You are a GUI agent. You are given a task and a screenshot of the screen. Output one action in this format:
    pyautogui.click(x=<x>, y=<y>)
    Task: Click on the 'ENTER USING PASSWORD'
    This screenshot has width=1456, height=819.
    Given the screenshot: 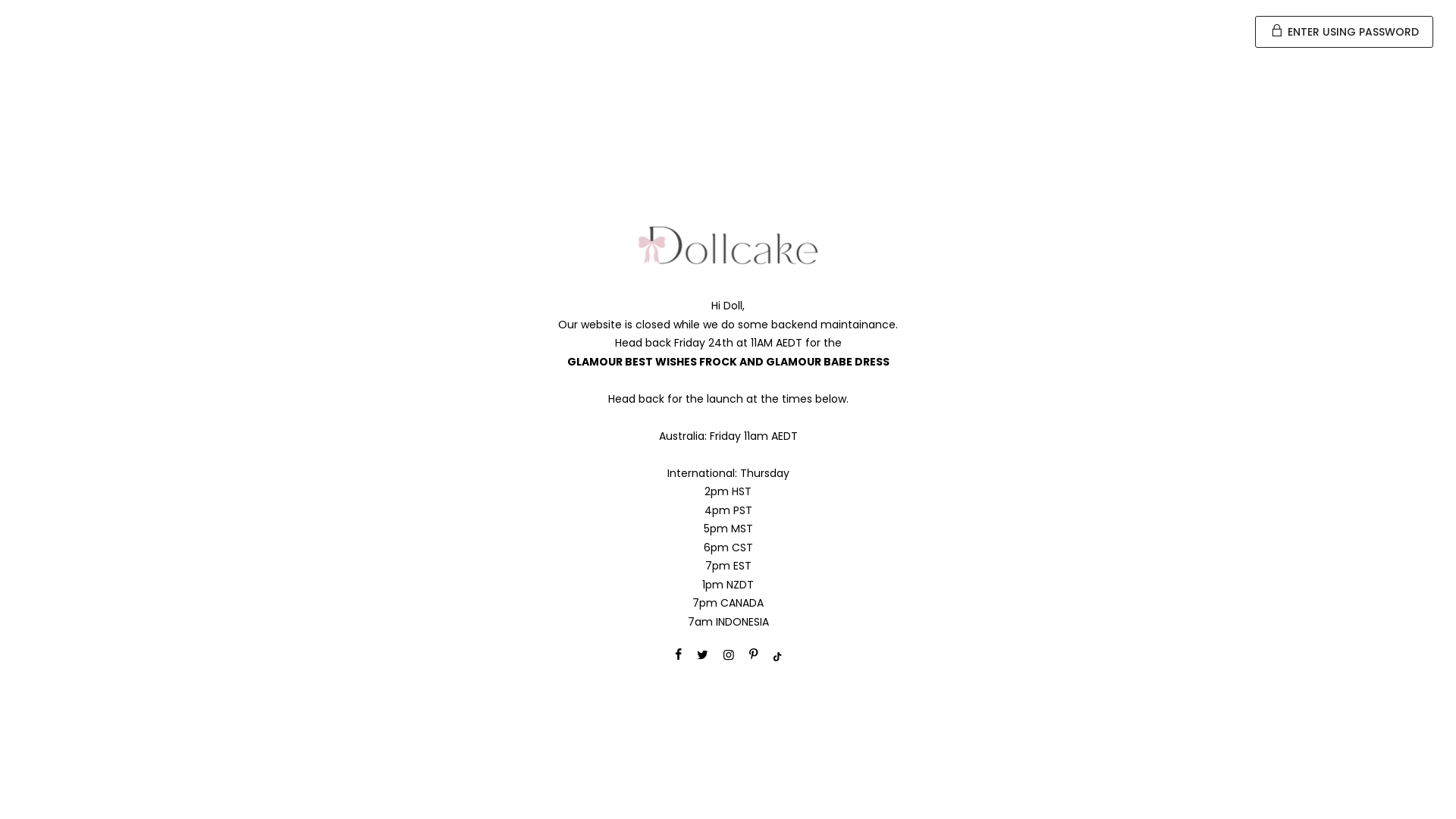 What is the action you would take?
    pyautogui.click(x=1344, y=32)
    